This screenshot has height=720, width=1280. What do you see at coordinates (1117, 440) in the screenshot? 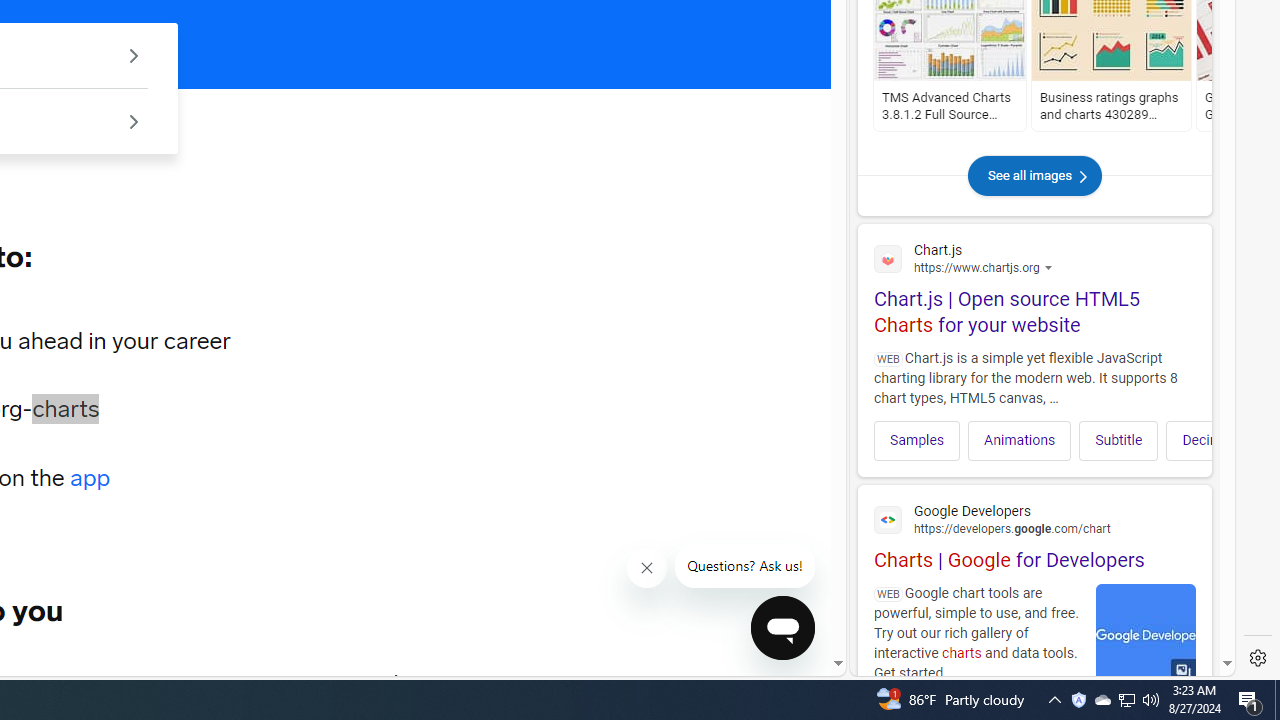
I see `'Subtitle'` at bounding box center [1117, 440].